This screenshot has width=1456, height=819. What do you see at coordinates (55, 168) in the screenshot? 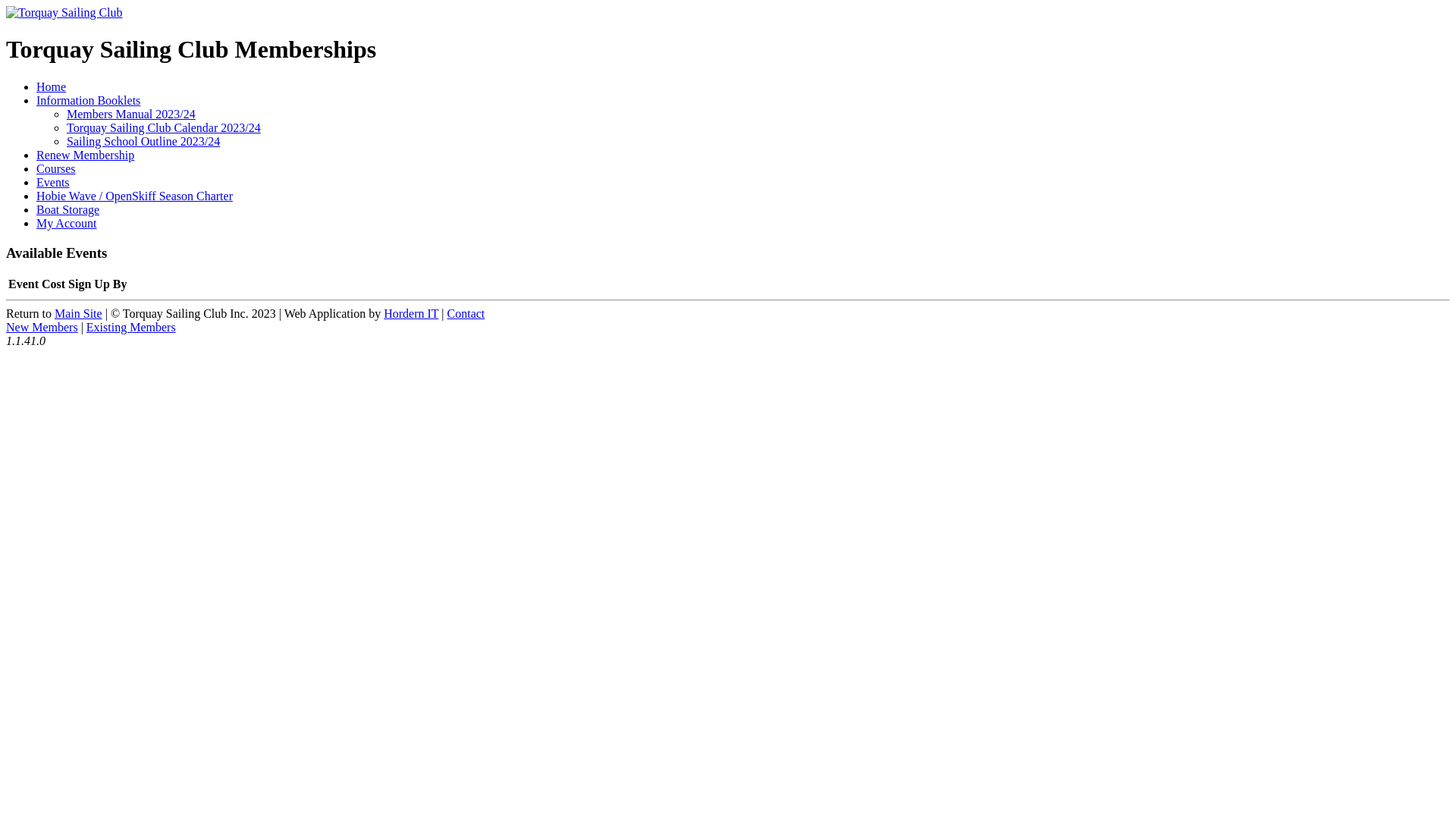
I see `'Courses'` at bounding box center [55, 168].